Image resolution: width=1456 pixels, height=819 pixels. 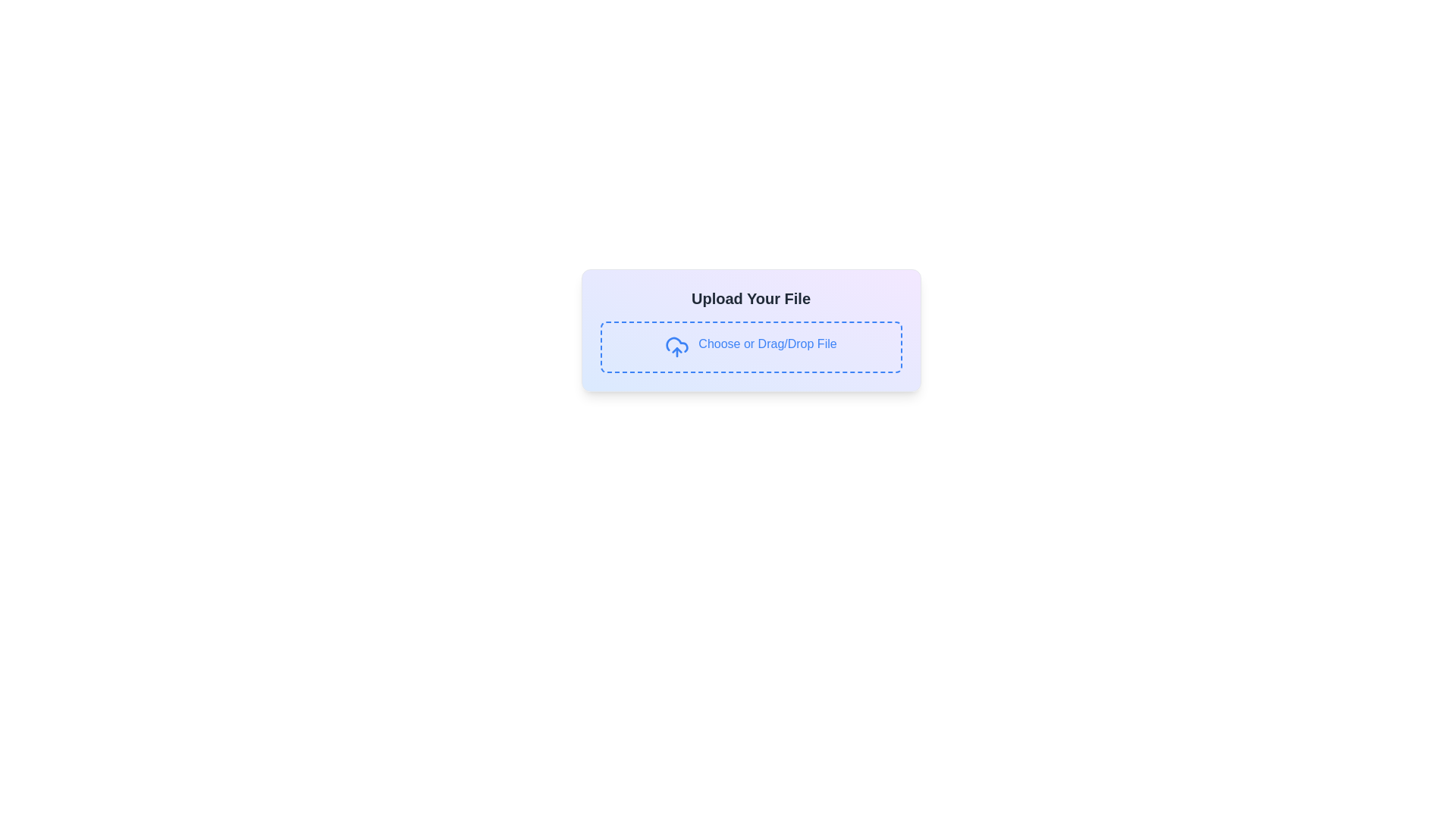 I want to click on the heading element that serves as a title for the file uploading functionality, located centrally above the dashed bordered box labeled 'Choose or Drag/Drop File', so click(x=751, y=298).